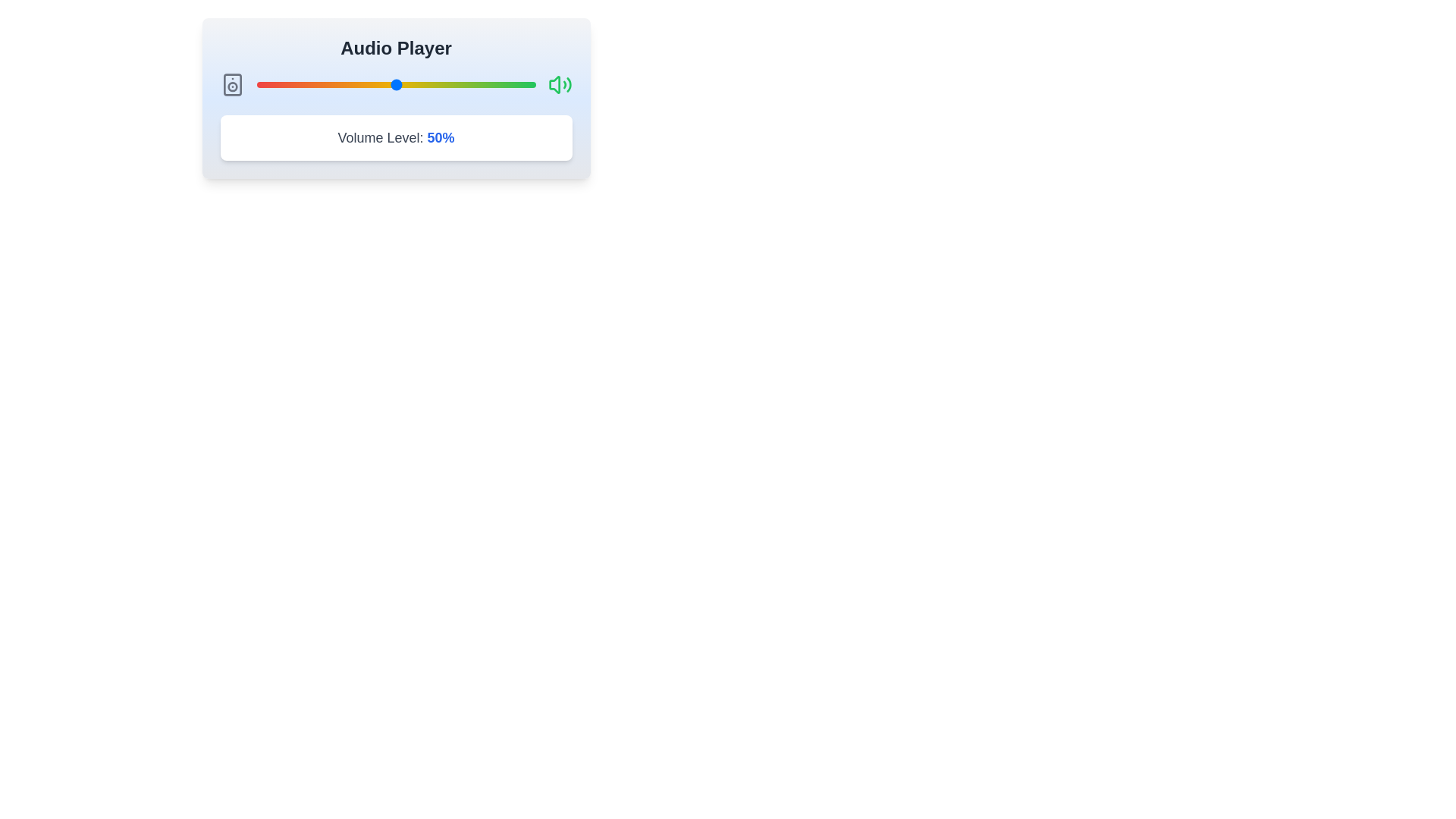  Describe the element at coordinates (376, 84) in the screenshot. I see `the volume slider to 43% by dragging the slider` at that location.